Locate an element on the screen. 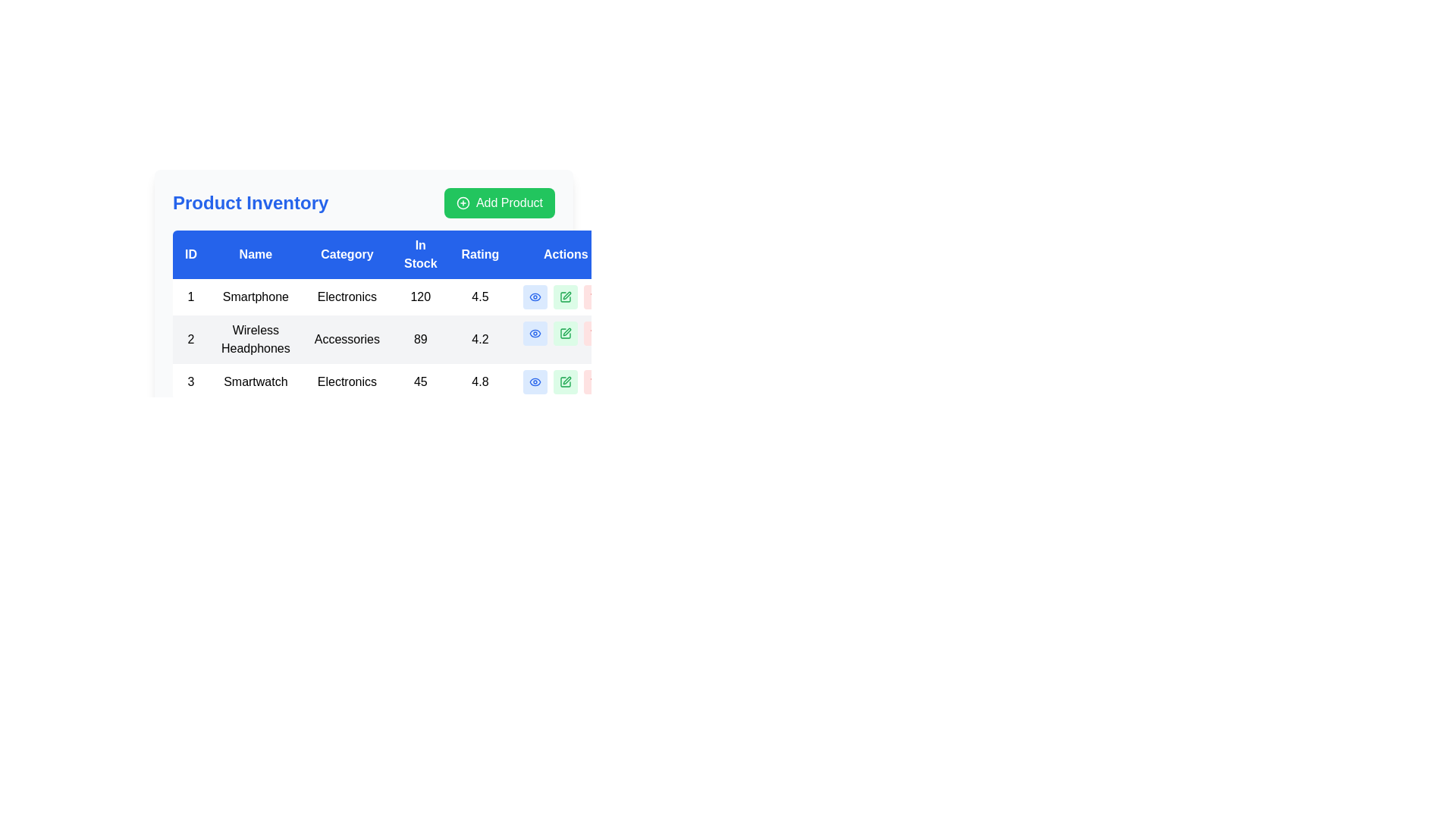 The width and height of the screenshot is (1456, 819). the green rounded square button with a pencil icon in the 'Actions' column of the first row in the 'Product Inventory' table is located at coordinates (565, 297).